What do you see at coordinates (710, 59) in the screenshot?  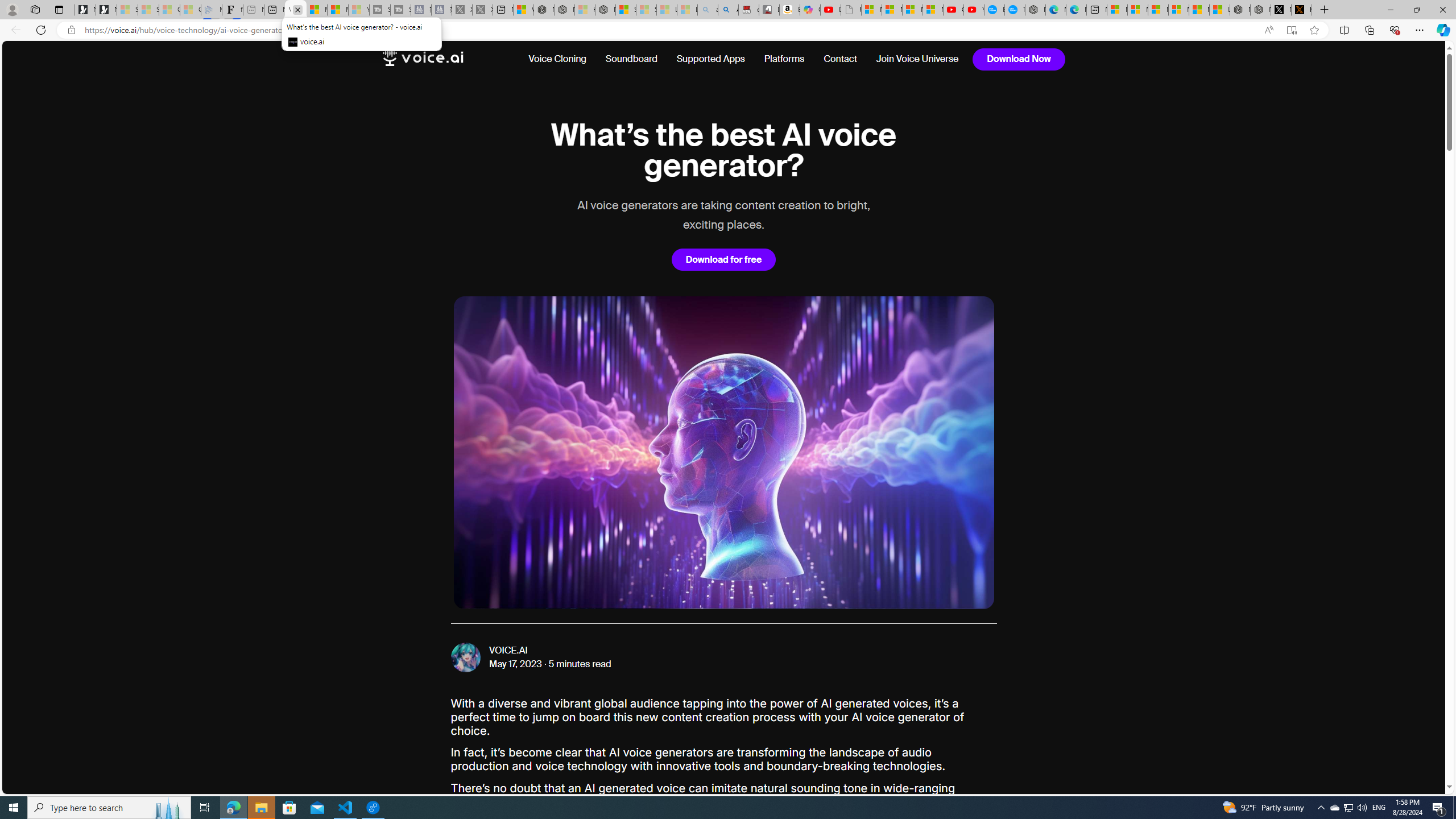 I see `'Supported Apps'` at bounding box center [710, 59].